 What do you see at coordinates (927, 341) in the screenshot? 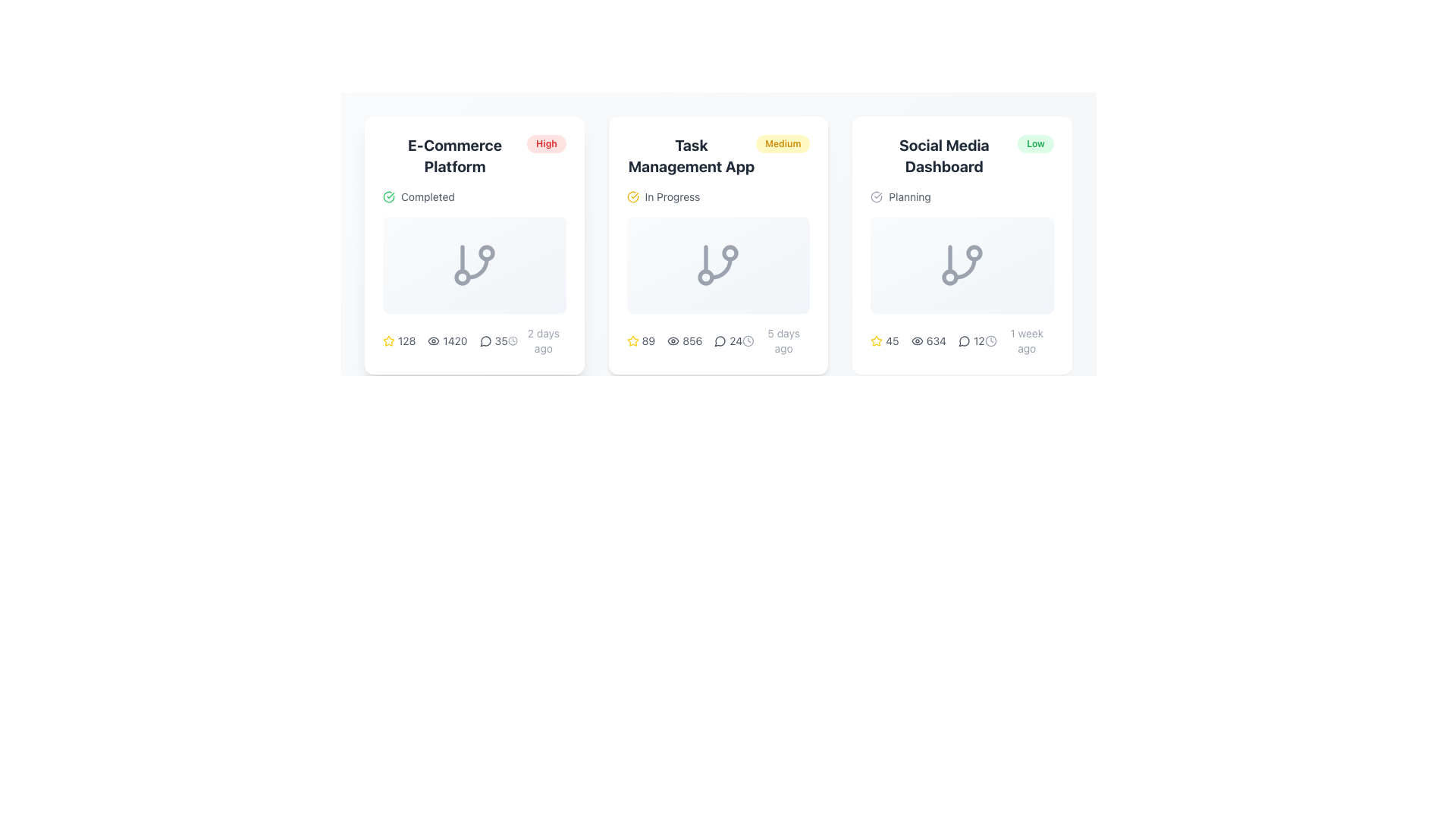
I see `the Statistic display row that shows the text '4563412', featuring icons for a star with '45', an eye with '634', and a speech bubble with '12', located at the bottom section of the 'Social Media Dashboard' card` at bounding box center [927, 341].